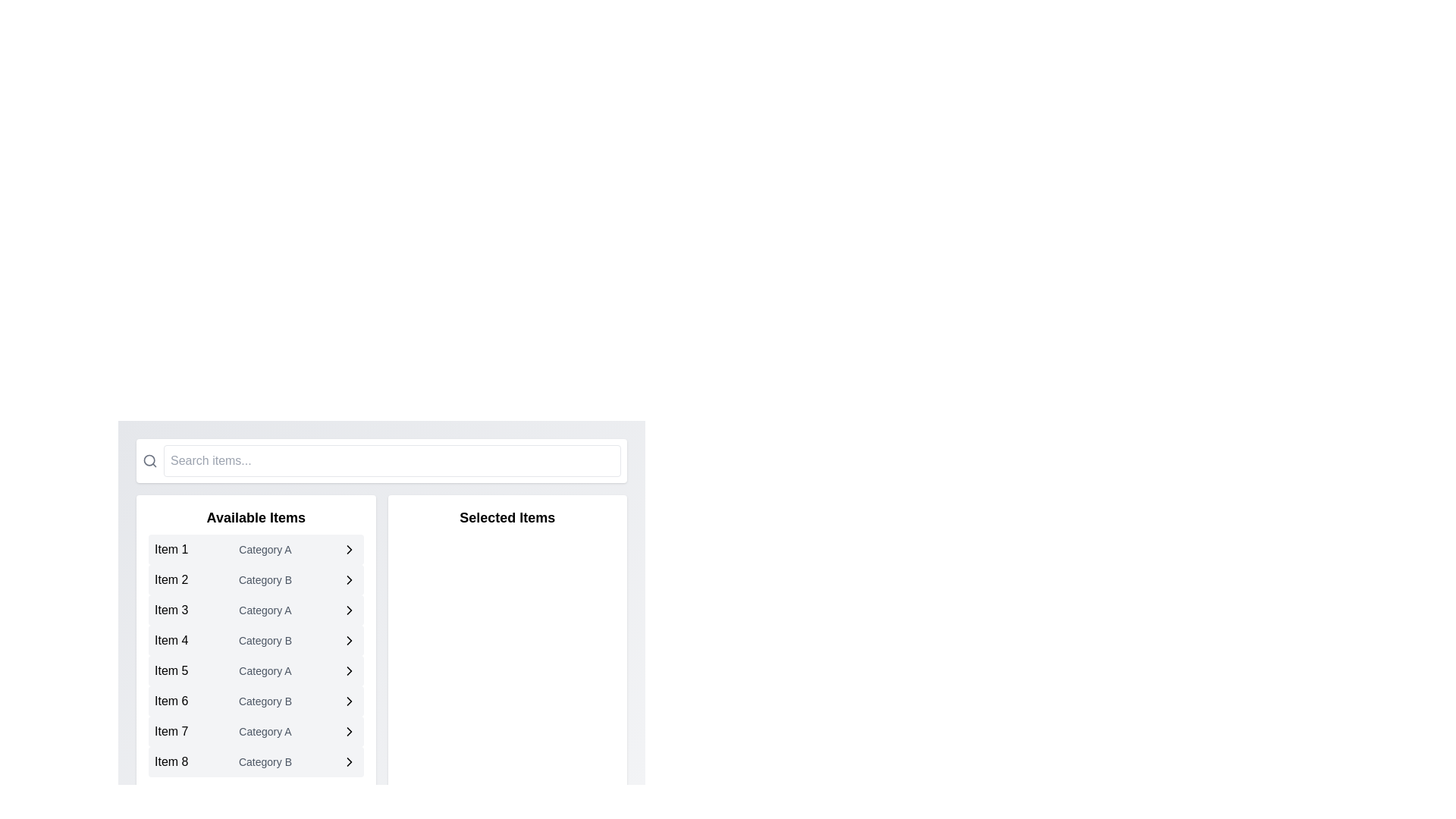 The image size is (1456, 819). I want to click on the sixth list item with text and icon in the 'Available Items' section, so click(256, 701).